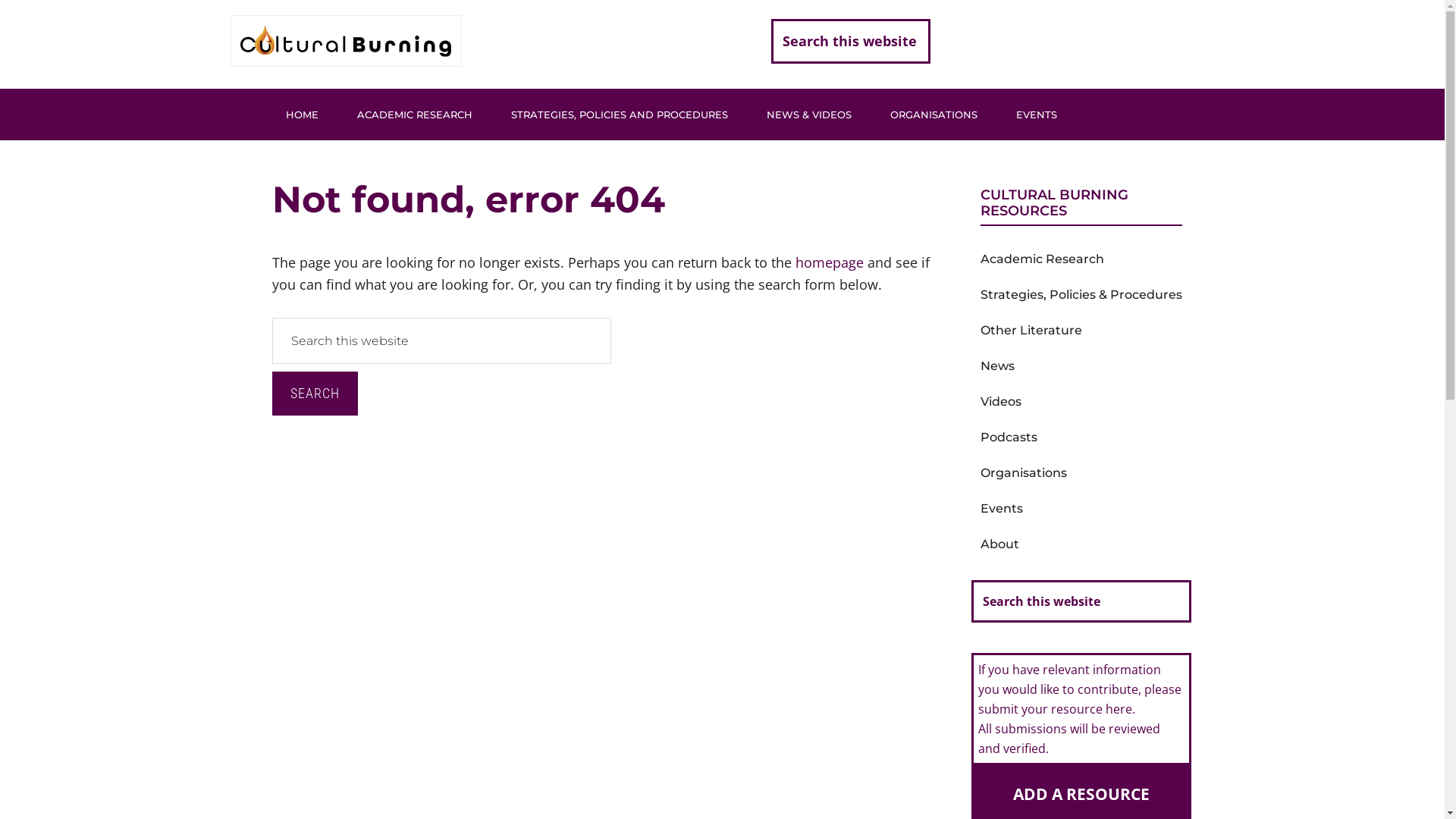  Describe the element at coordinates (979, 543) in the screenshot. I see `'About'` at that location.